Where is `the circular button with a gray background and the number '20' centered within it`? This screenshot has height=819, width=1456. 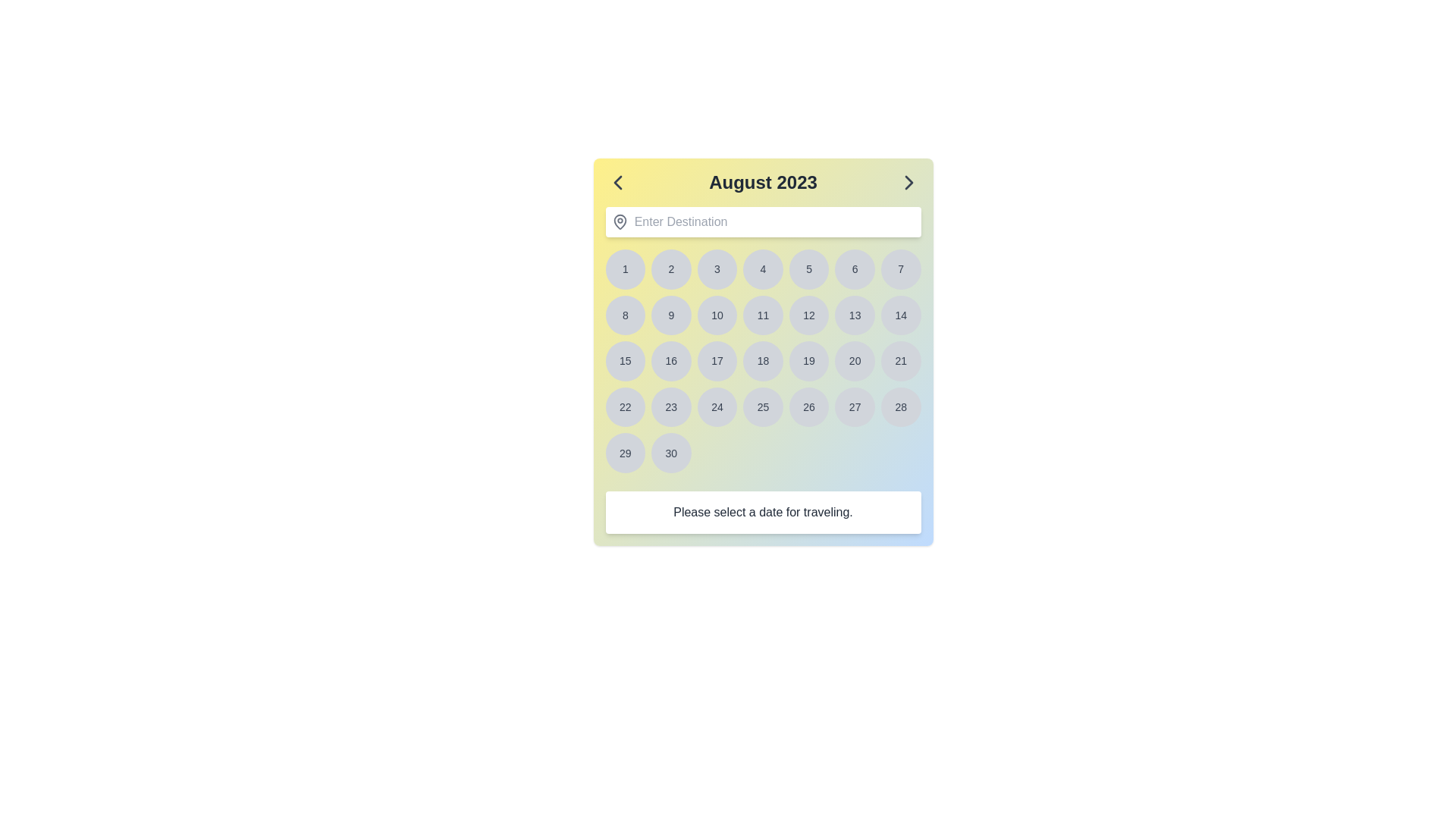
the circular button with a gray background and the number '20' centered within it is located at coordinates (855, 361).